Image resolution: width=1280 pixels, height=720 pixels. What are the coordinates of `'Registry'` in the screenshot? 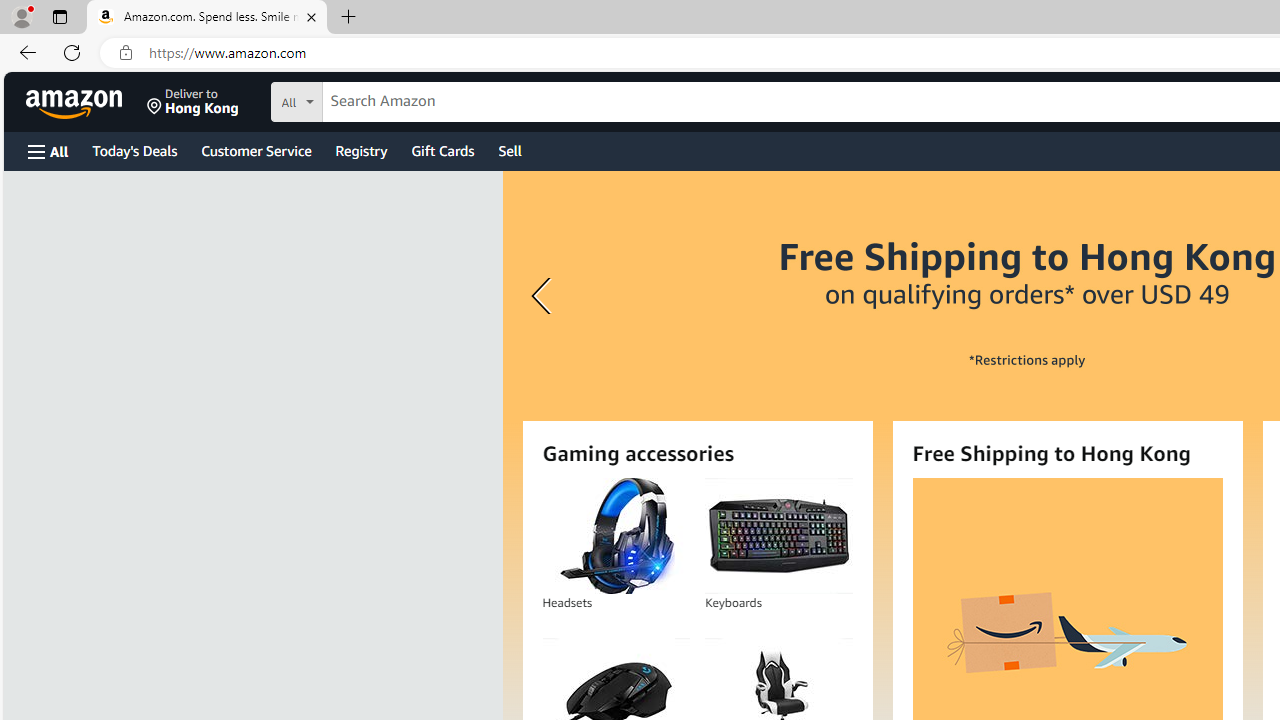 It's located at (360, 149).